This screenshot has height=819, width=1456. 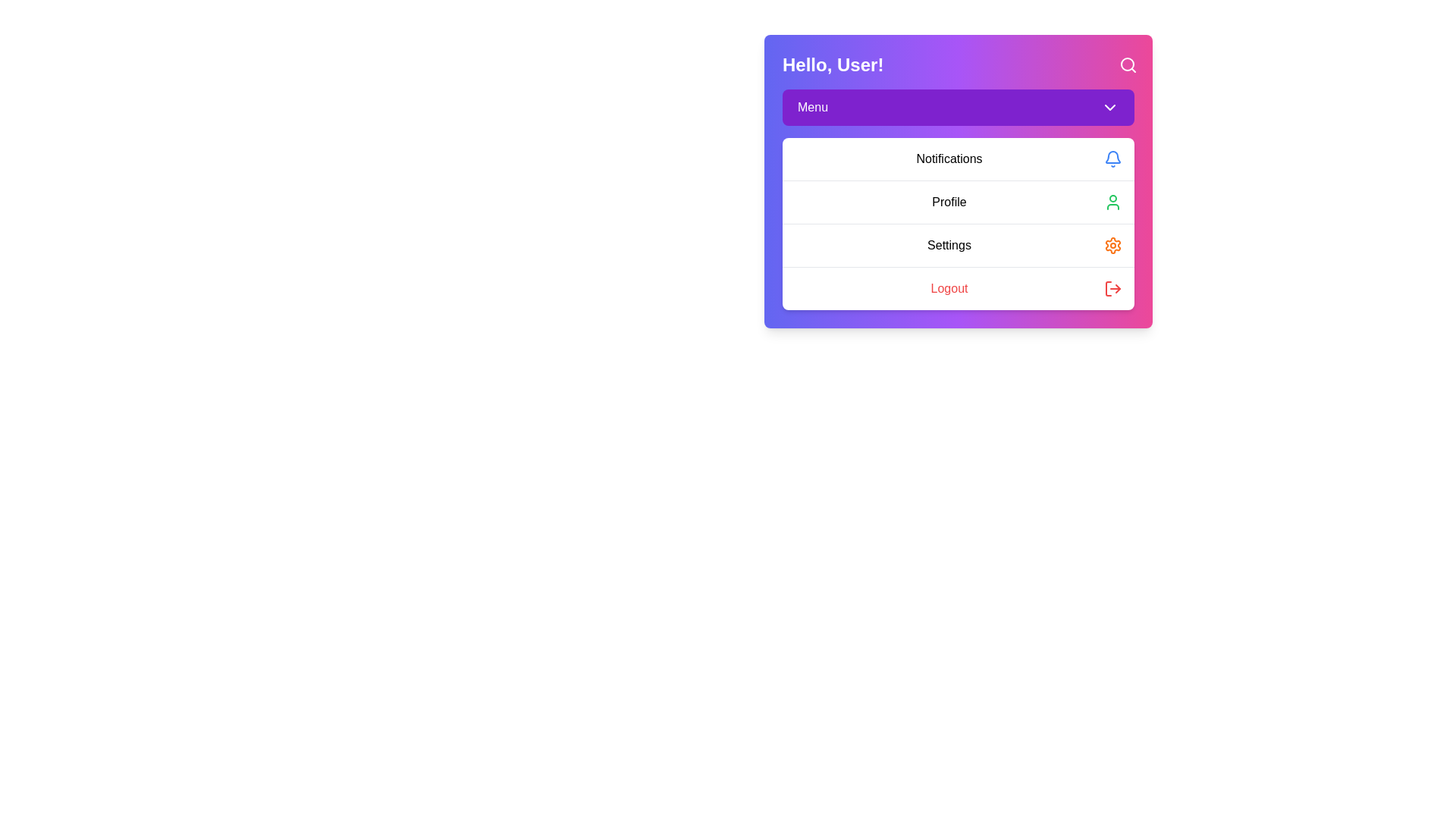 What do you see at coordinates (957, 201) in the screenshot?
I see `the 'Profile' menu option to navigate to the user profile section` at bounding box center [957, 201].